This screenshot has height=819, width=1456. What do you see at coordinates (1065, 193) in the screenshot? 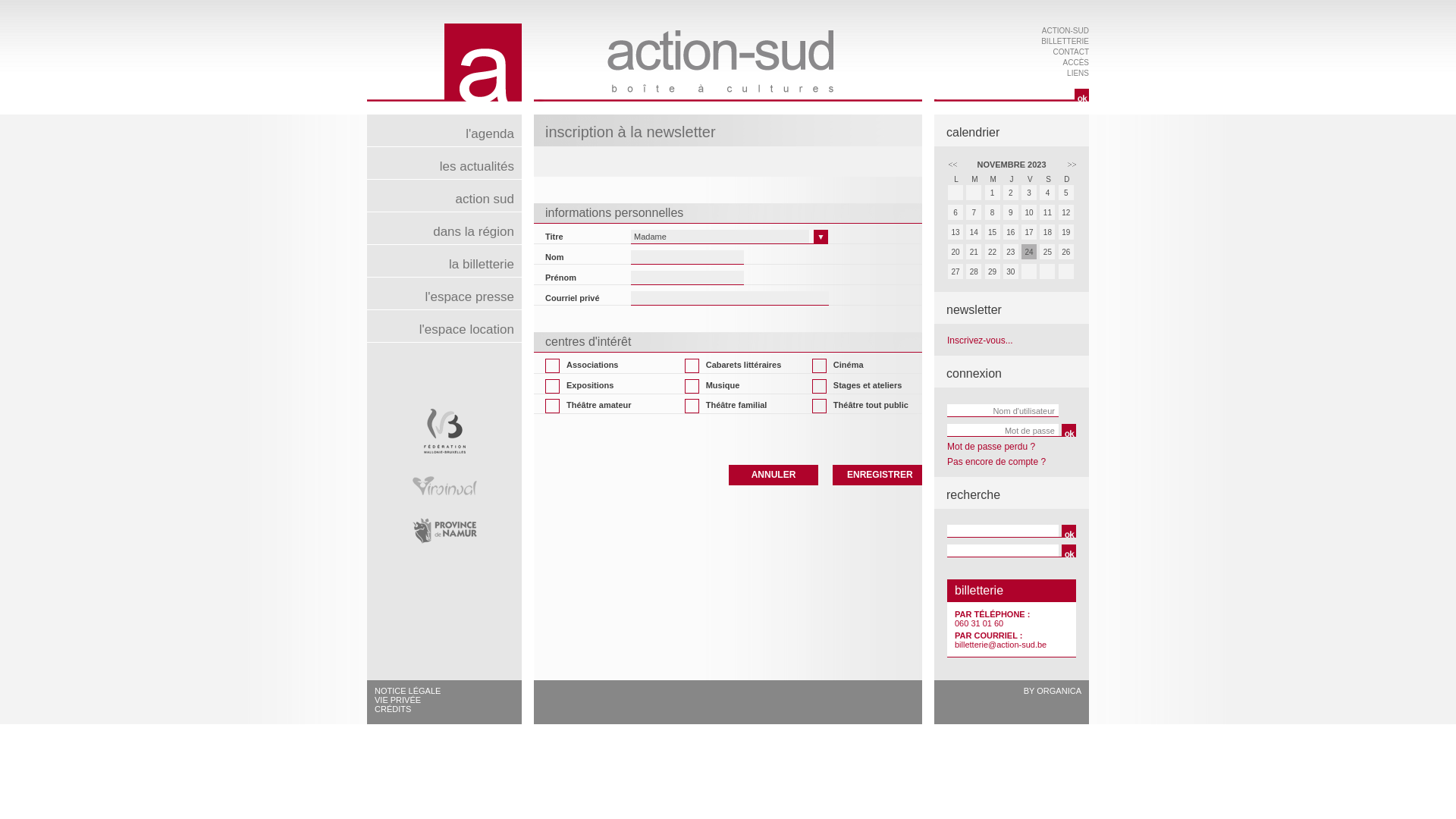
I see `'5'` at bounding box center [1065, 193].